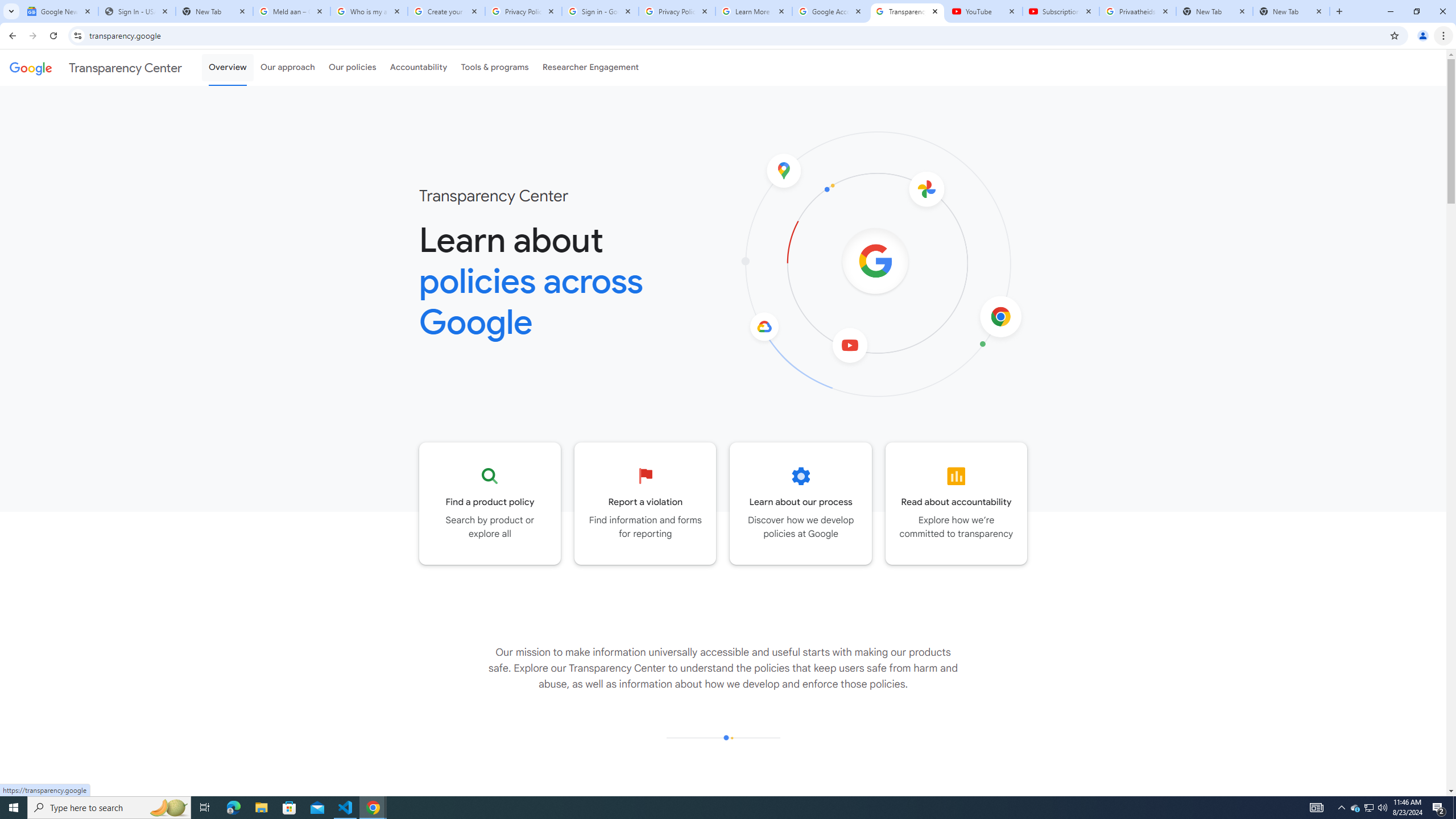  Describe the element at coordinates (599, 11) in the screenshot. I see `'Sign in - Google Accounts'` at that location.